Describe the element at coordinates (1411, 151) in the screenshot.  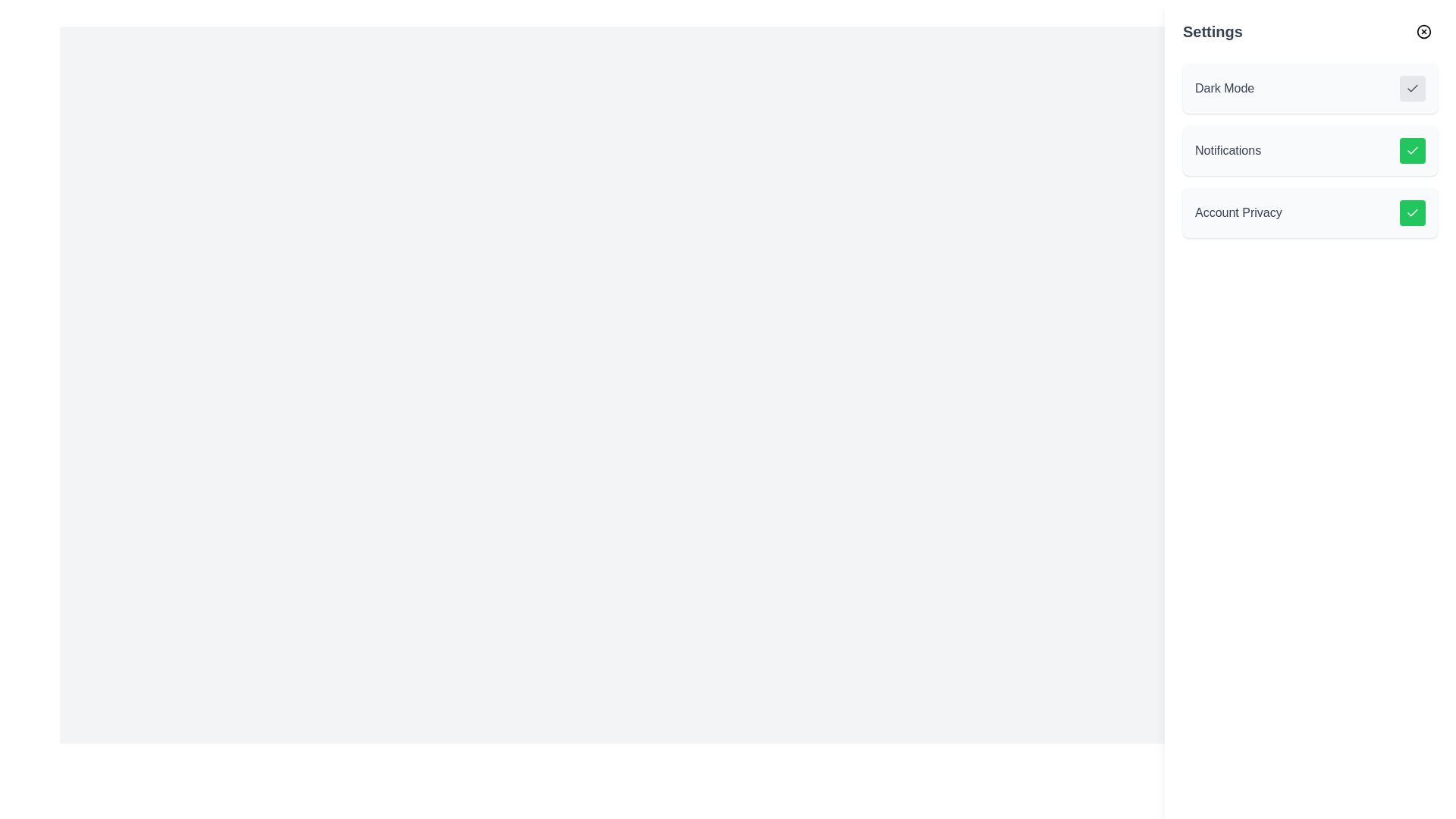
I see `the checkmark icon with a green background within the 'Notifications' setting row in the settings menu interface` at that location.